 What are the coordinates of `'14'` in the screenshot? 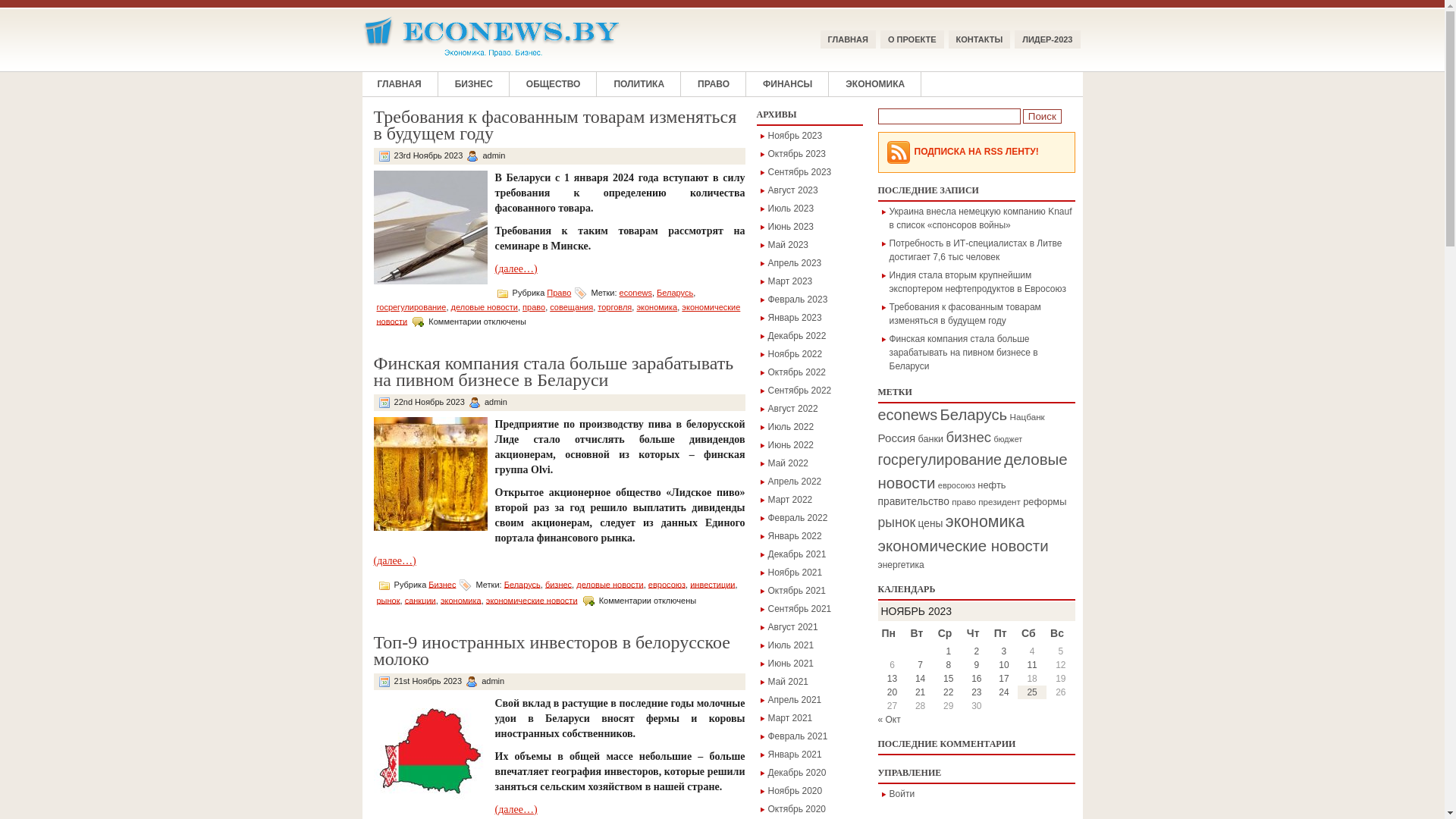 It's located at (919, 677).